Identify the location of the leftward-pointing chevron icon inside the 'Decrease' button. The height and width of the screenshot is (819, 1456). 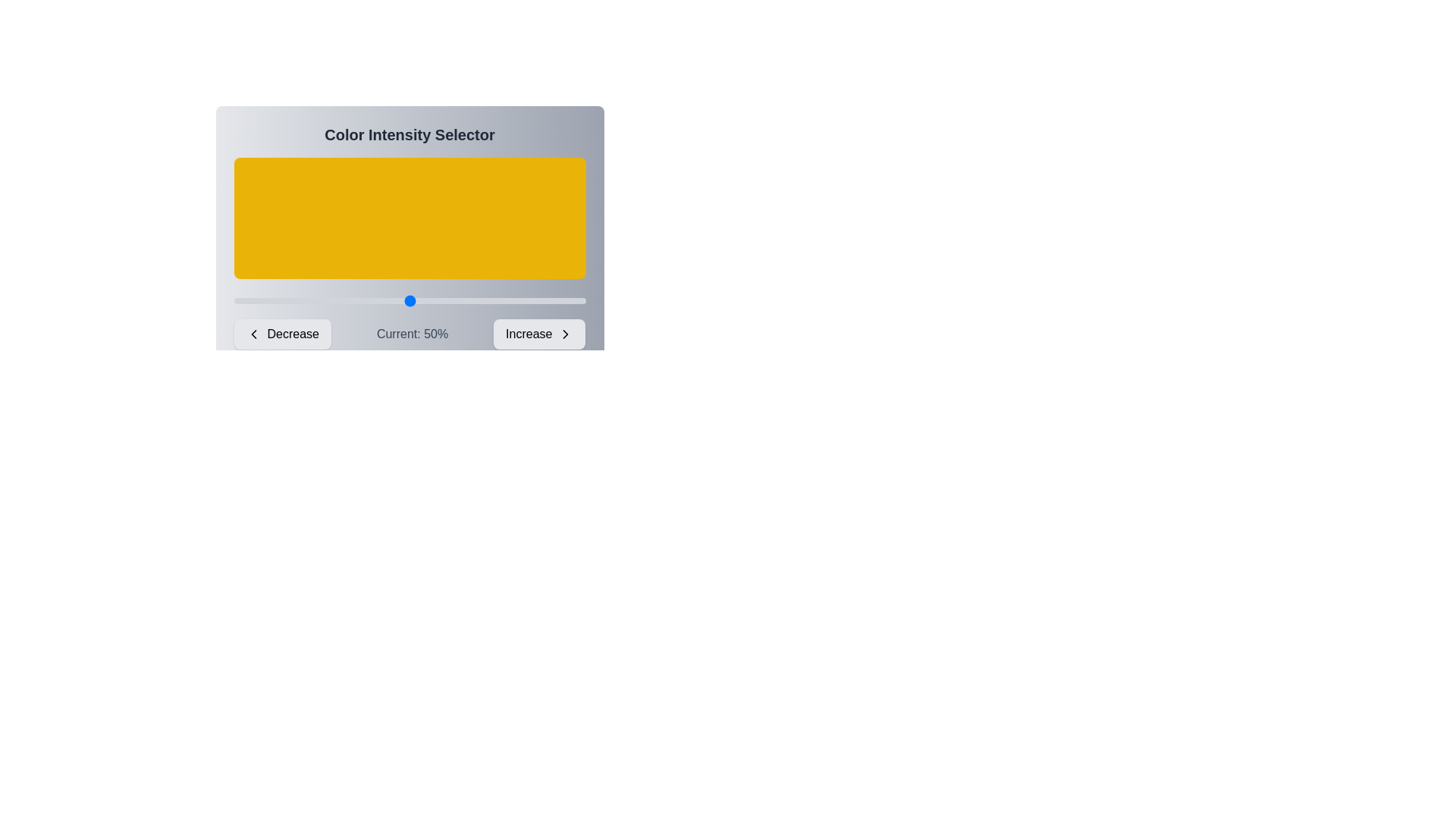
(253, 333).